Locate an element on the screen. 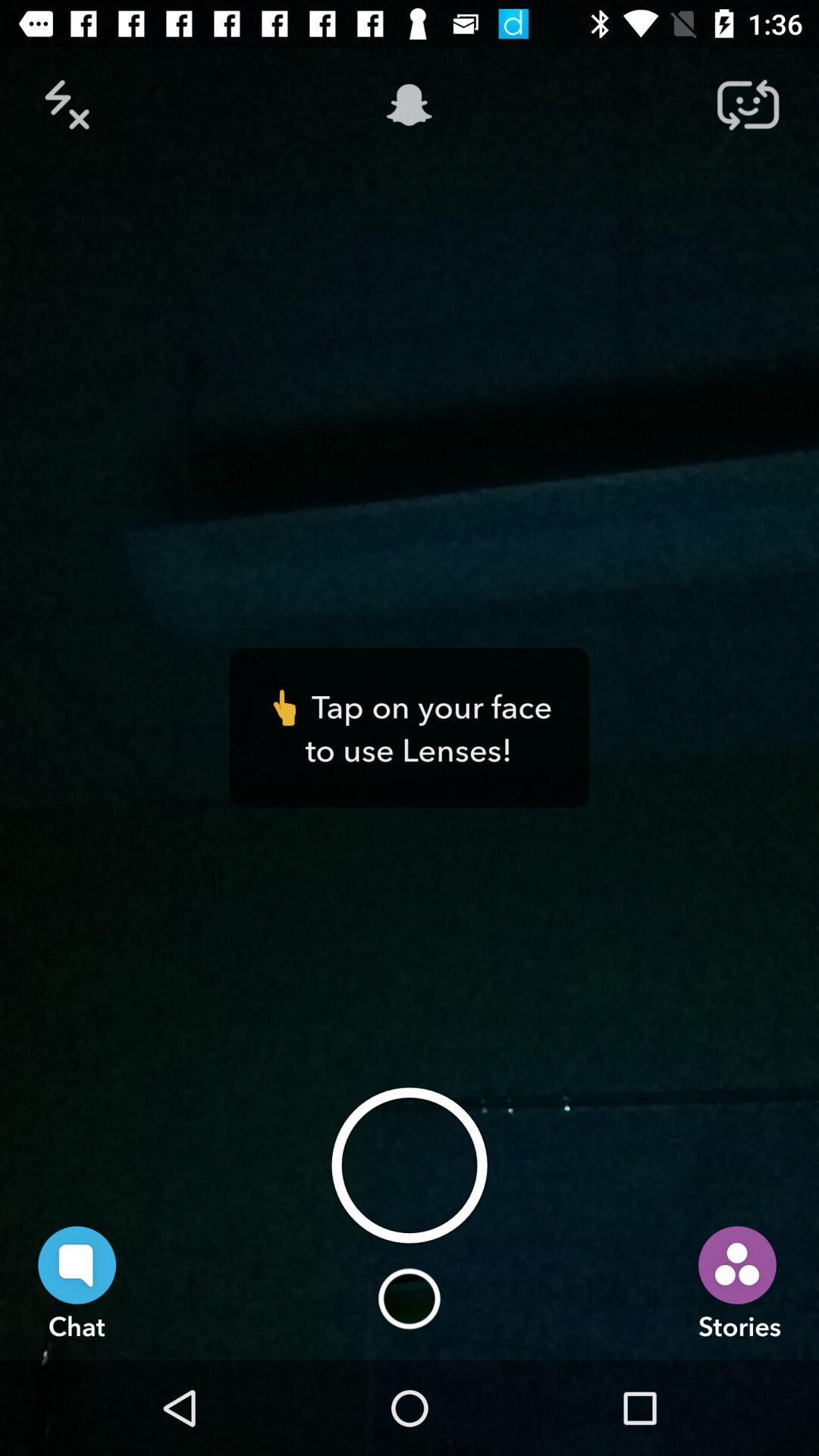 This screenshot has width=819, height=1456. turn flash off/on is located at coordinates (71, 104).